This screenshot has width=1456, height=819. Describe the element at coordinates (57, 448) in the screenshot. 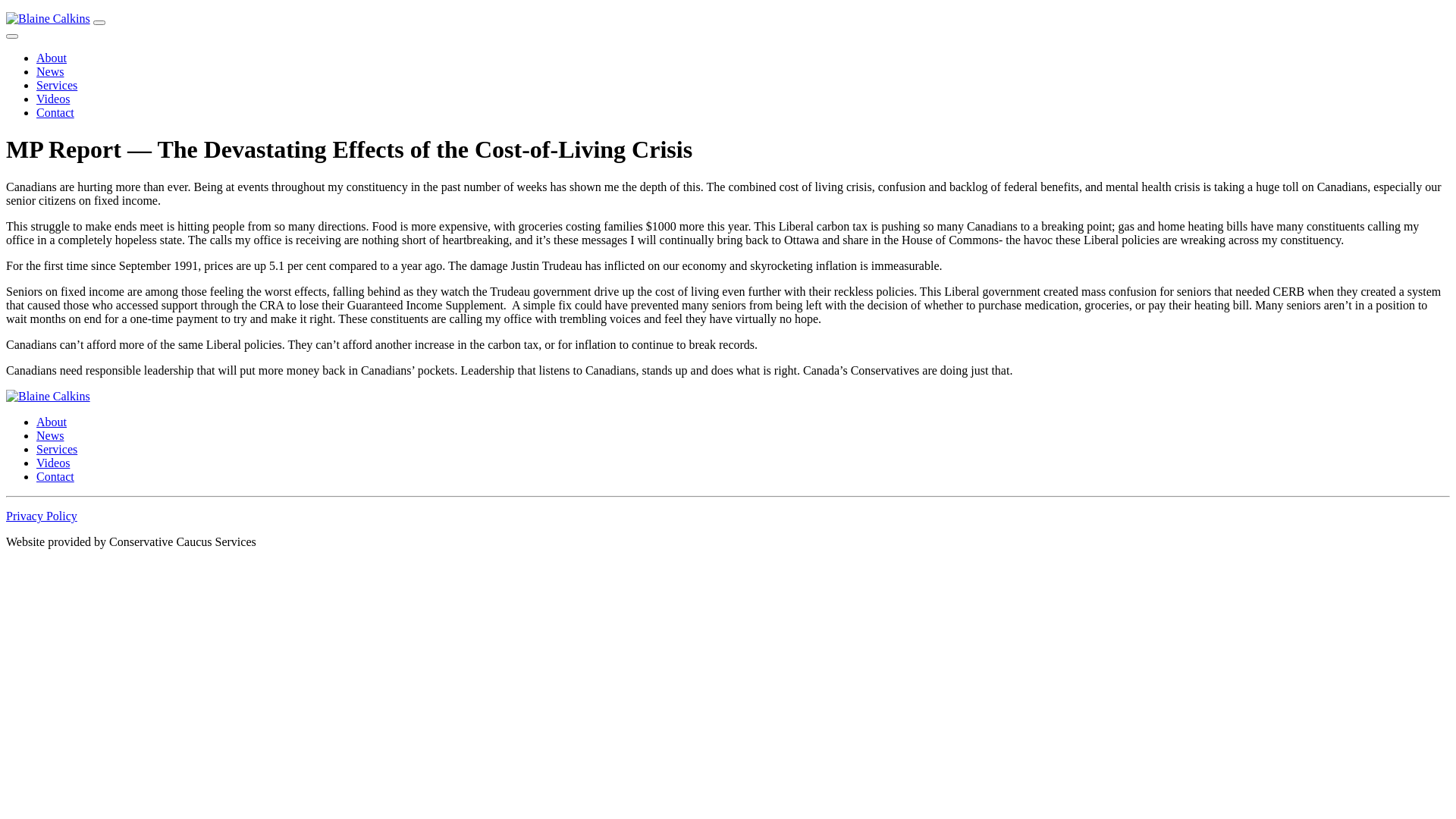

I see `'Services'` at that location.